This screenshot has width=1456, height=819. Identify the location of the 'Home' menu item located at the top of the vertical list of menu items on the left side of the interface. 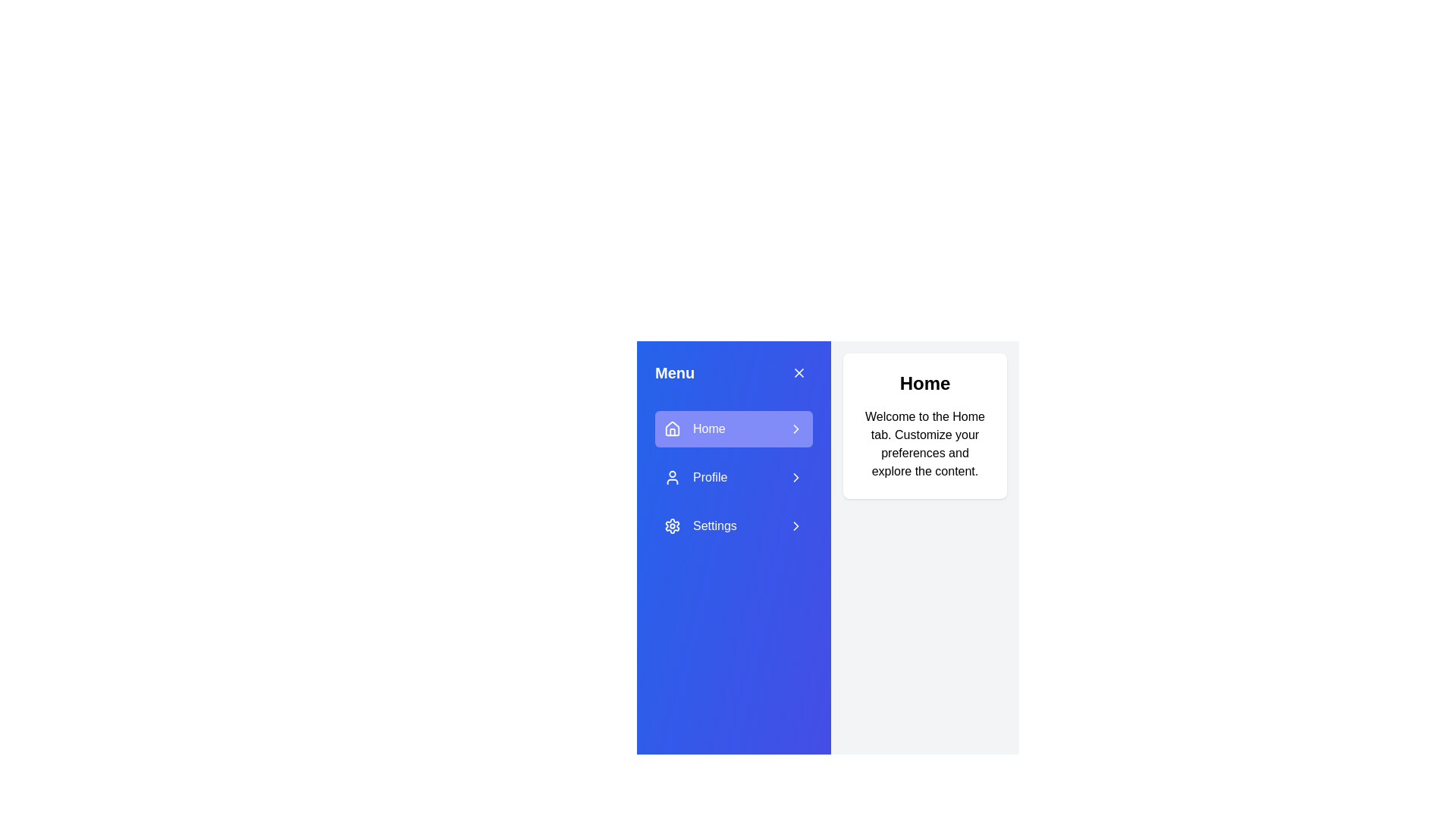
(734, 429).